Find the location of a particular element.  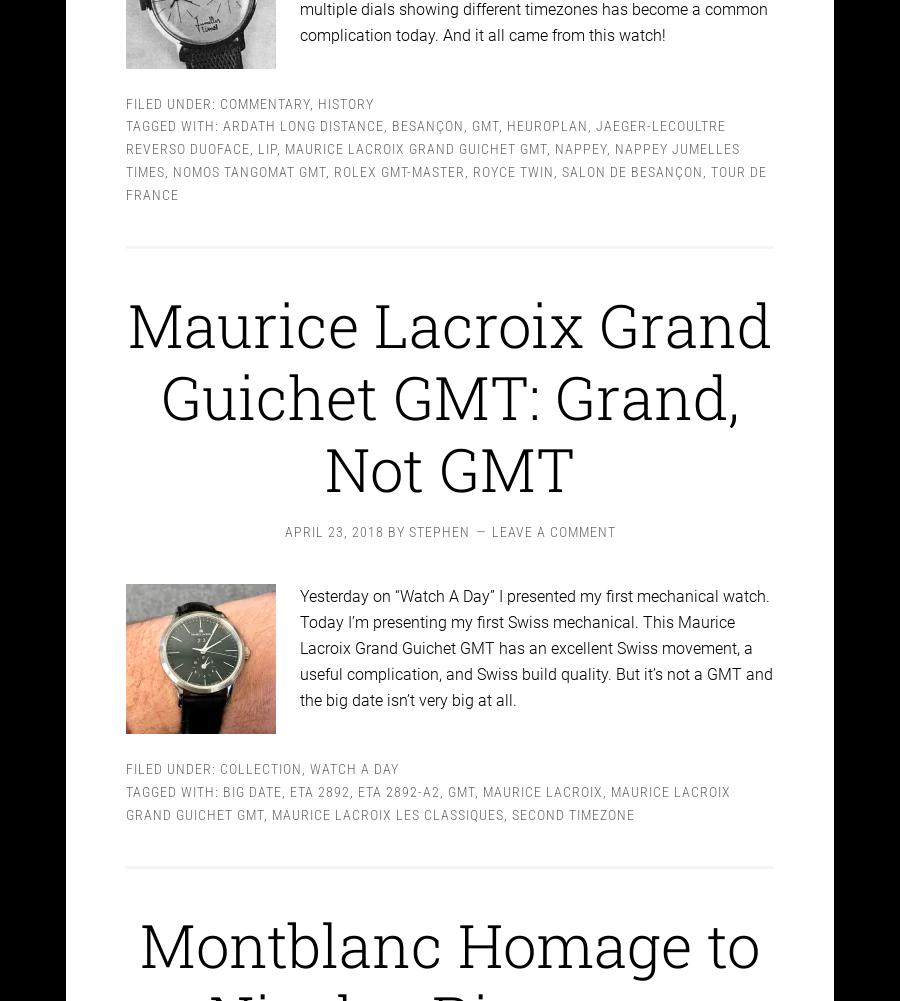

'Ardath Long Distance' is located at coordinates (302, 108).